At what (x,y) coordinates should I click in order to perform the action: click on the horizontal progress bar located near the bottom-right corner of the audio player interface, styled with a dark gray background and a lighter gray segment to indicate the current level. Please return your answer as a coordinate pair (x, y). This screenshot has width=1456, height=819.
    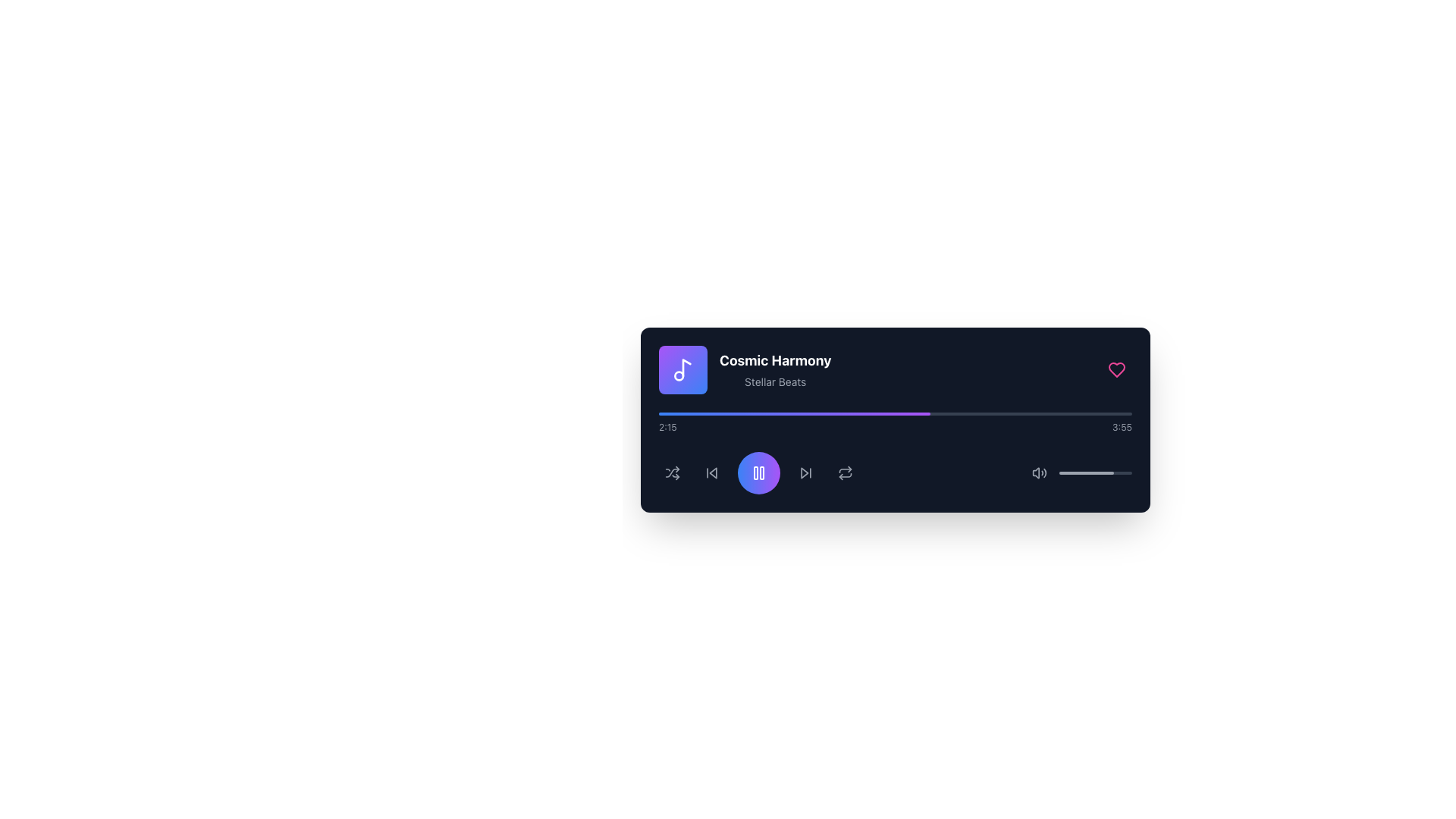
    Looking at the image, I should click on (1095, 472).